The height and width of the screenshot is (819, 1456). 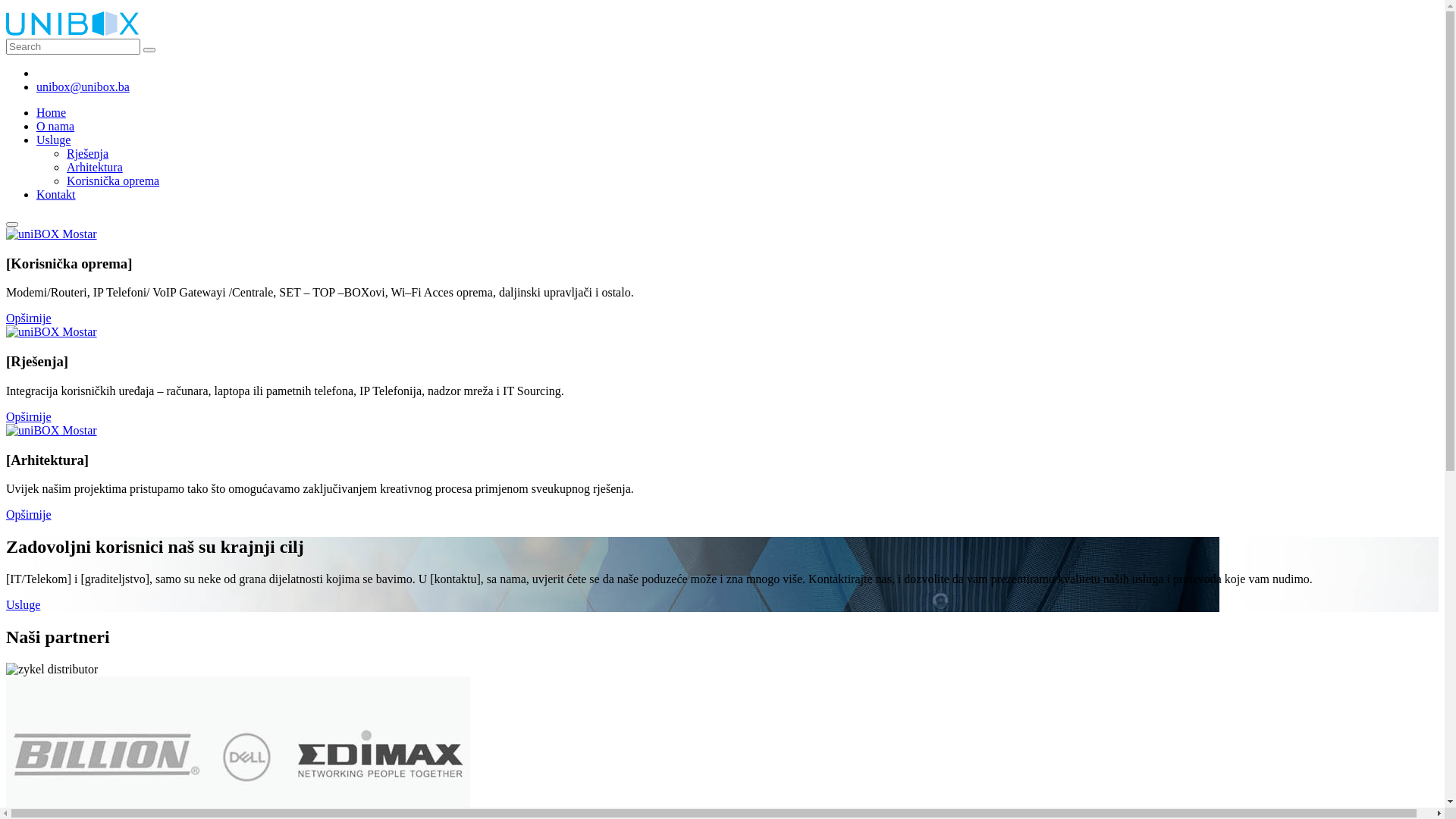 I want to click on 'Arhitektura', so click(x=93, y=167).